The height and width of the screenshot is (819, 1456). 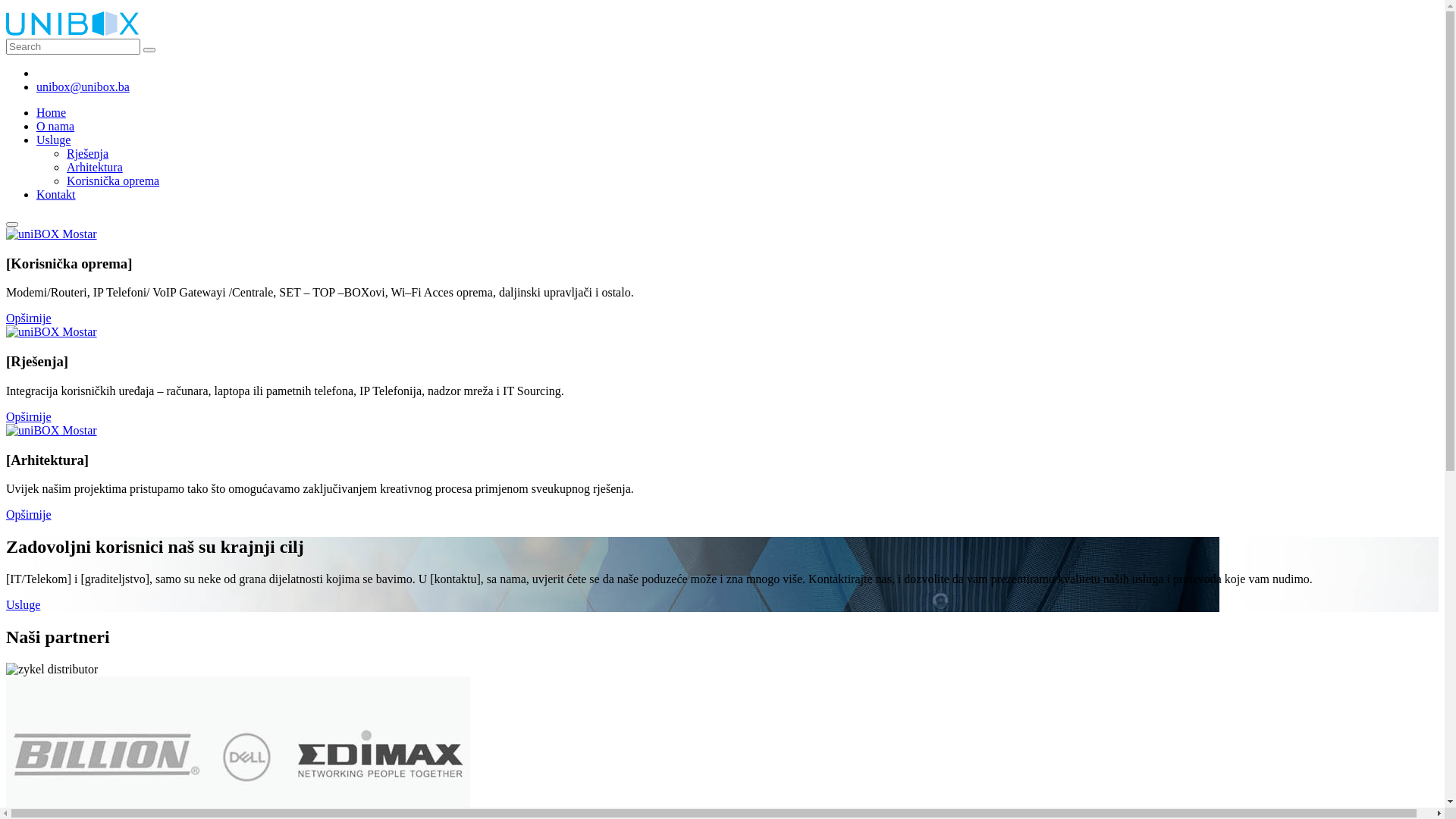 I want to click on 'Arhitektura', so click(x=93, y=167).